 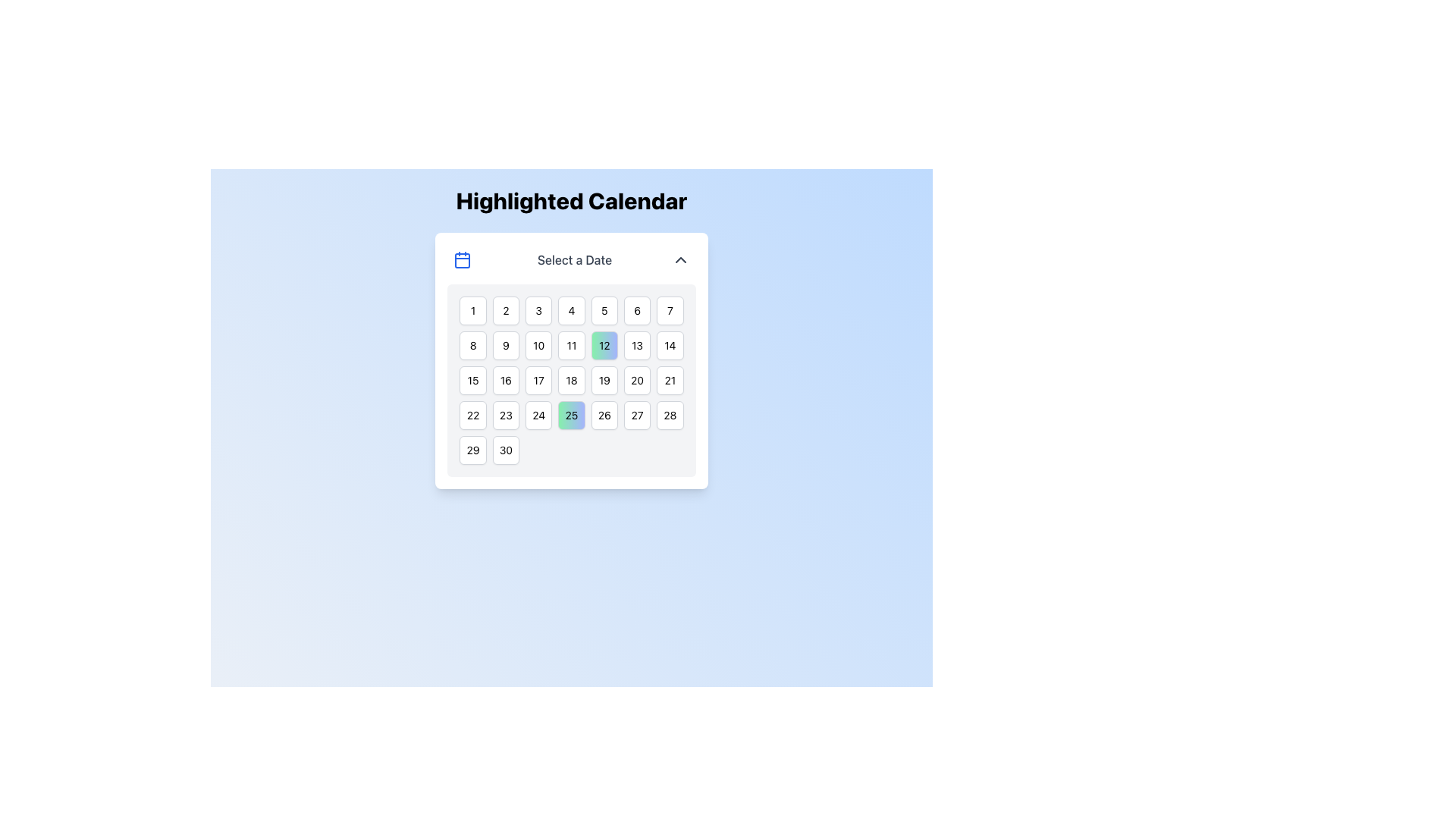 I want to click on the button representing the date '21', so click(x=669, y=379).